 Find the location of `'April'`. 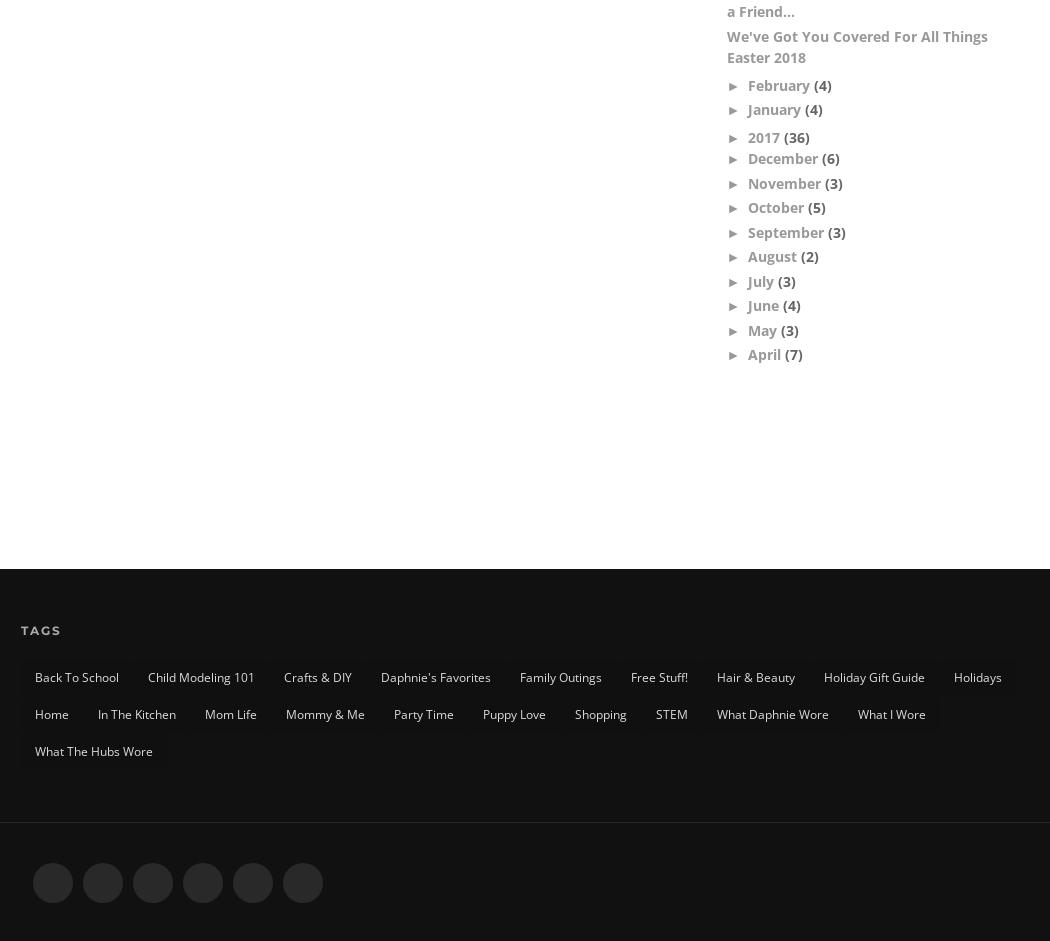

'April' is located at coordinates (766, 354).